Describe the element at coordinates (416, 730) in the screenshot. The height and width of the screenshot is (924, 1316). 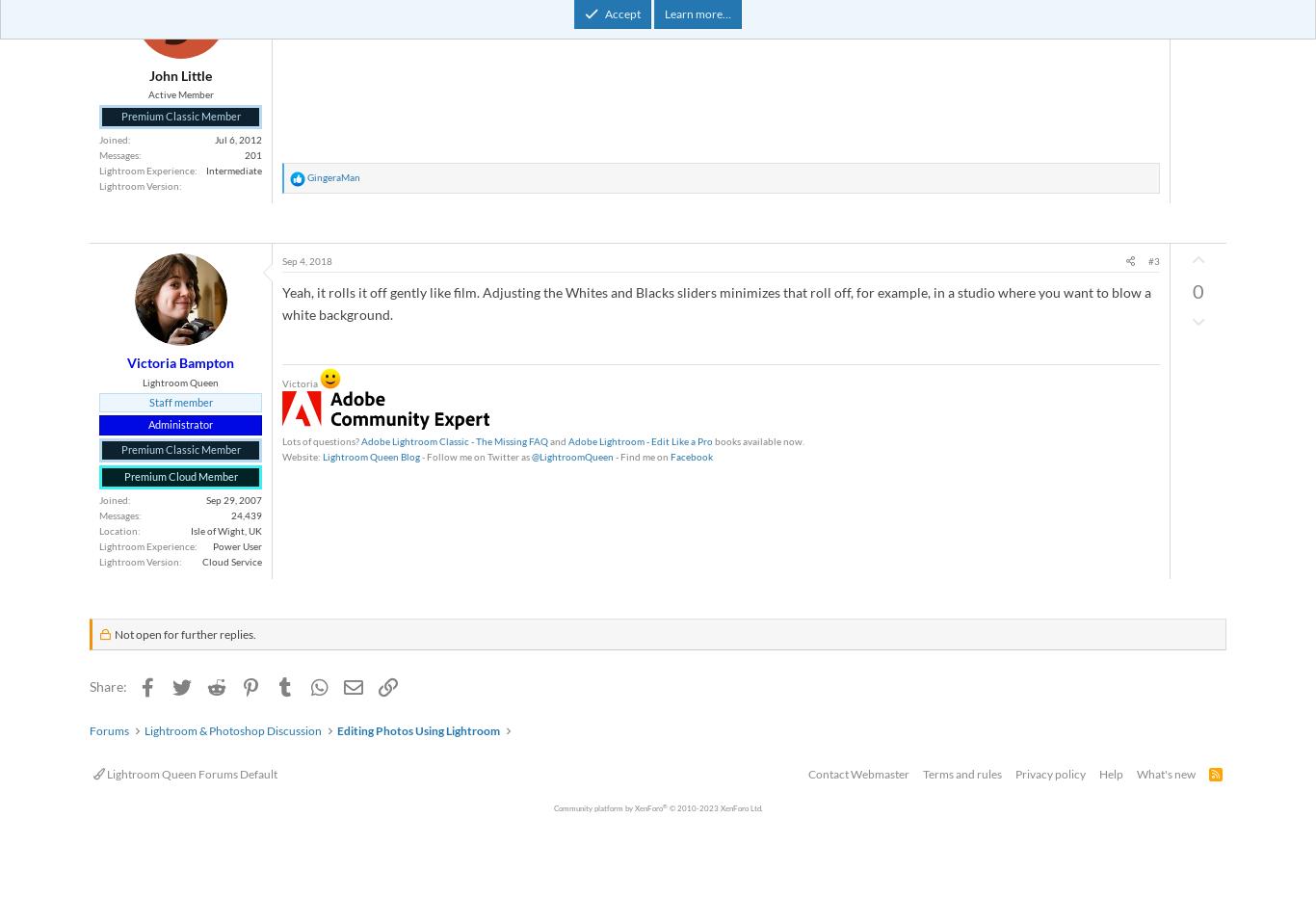
I see `'Editing Photos Using Lightroom'` at that location.